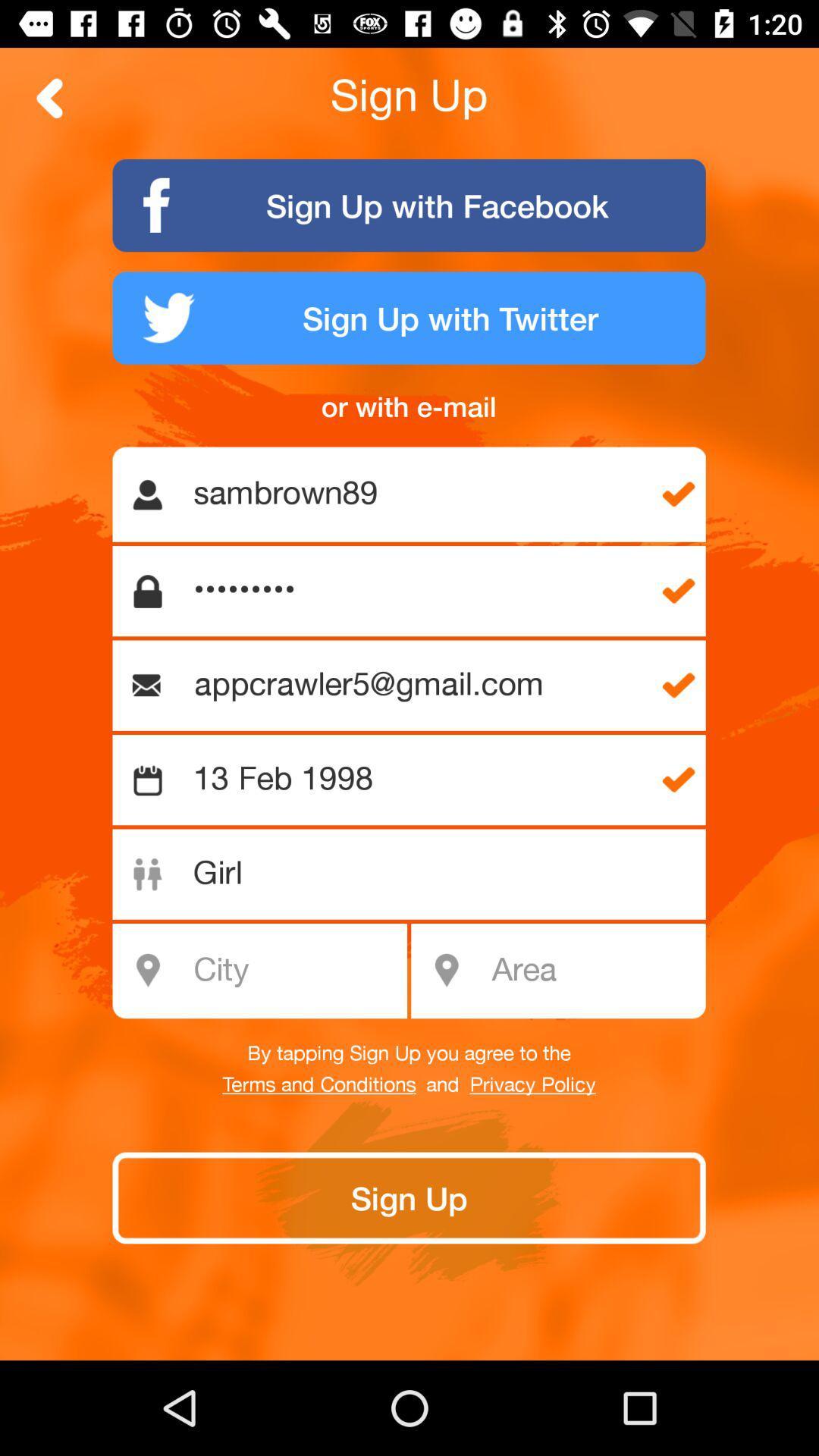  What do you see at coordinates (532, 1084) in the screenshot?
I see `the icon to the right of and icon` at bounding box center [532, 1084].